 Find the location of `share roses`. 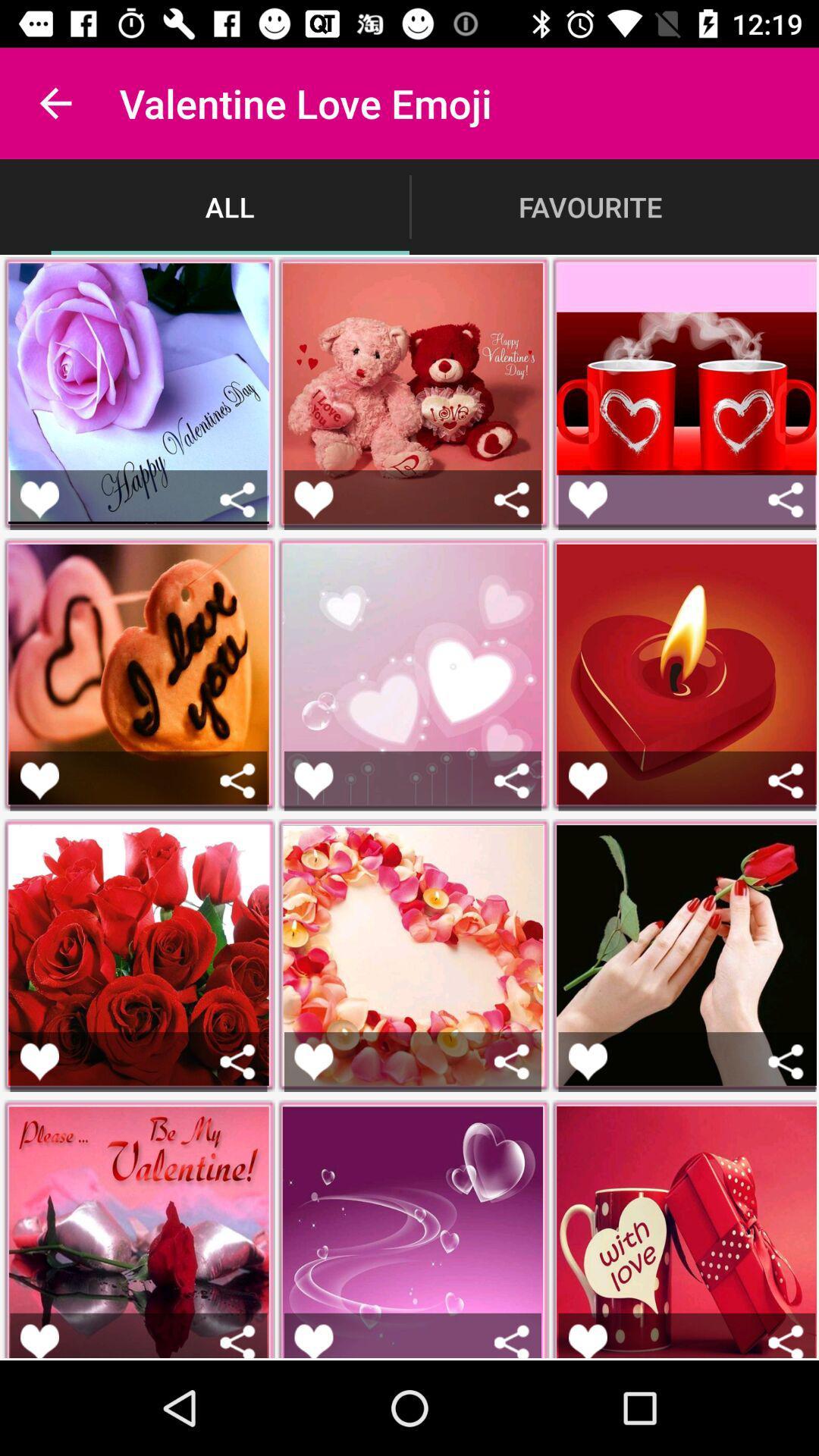

share roses is located at coordinates (237, 1061).